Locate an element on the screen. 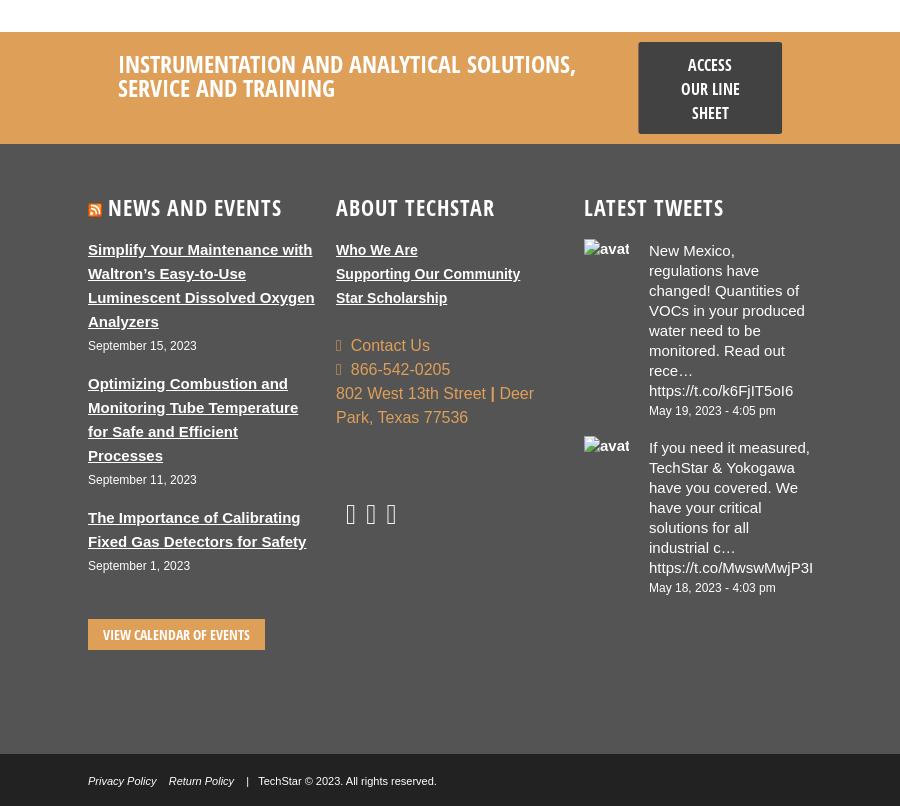 This screenshot has width=900, height=806. 'New Mexico, regulations have changed! Quantities of VOCs in your produced water need to be monitored. Read out rece…' is located at coordinates (725, 310).